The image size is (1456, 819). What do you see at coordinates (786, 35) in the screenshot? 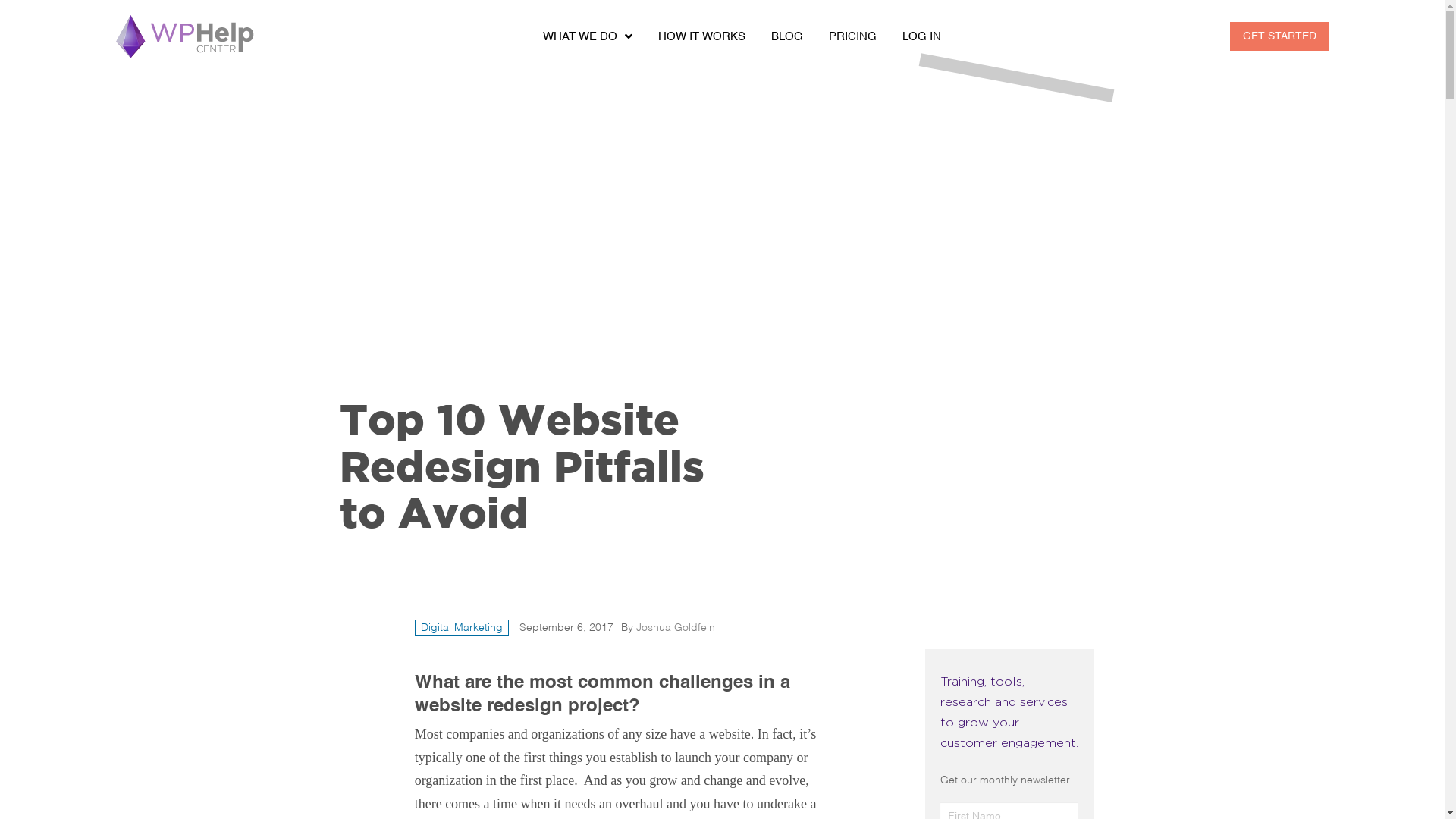
I see `'BLOG'` at bounding box center [786, 35].